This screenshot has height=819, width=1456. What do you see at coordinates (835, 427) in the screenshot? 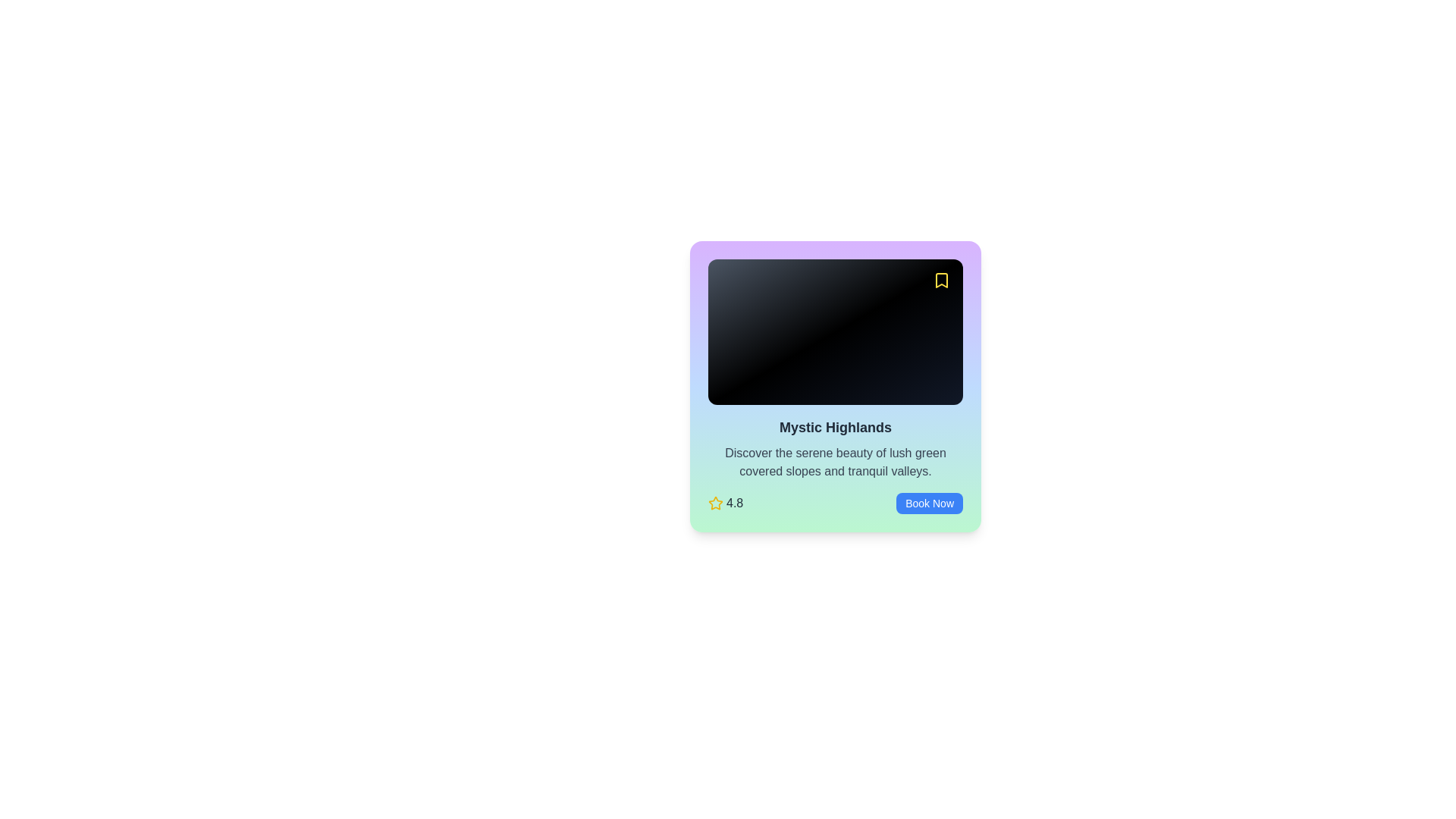
I see `text element 'Mystic Highlands' which is a bold headline displayed in dark gray color, centered within a card layout, positioned below an image and above a descriptive paragraph` at bounding box center [835, 427].